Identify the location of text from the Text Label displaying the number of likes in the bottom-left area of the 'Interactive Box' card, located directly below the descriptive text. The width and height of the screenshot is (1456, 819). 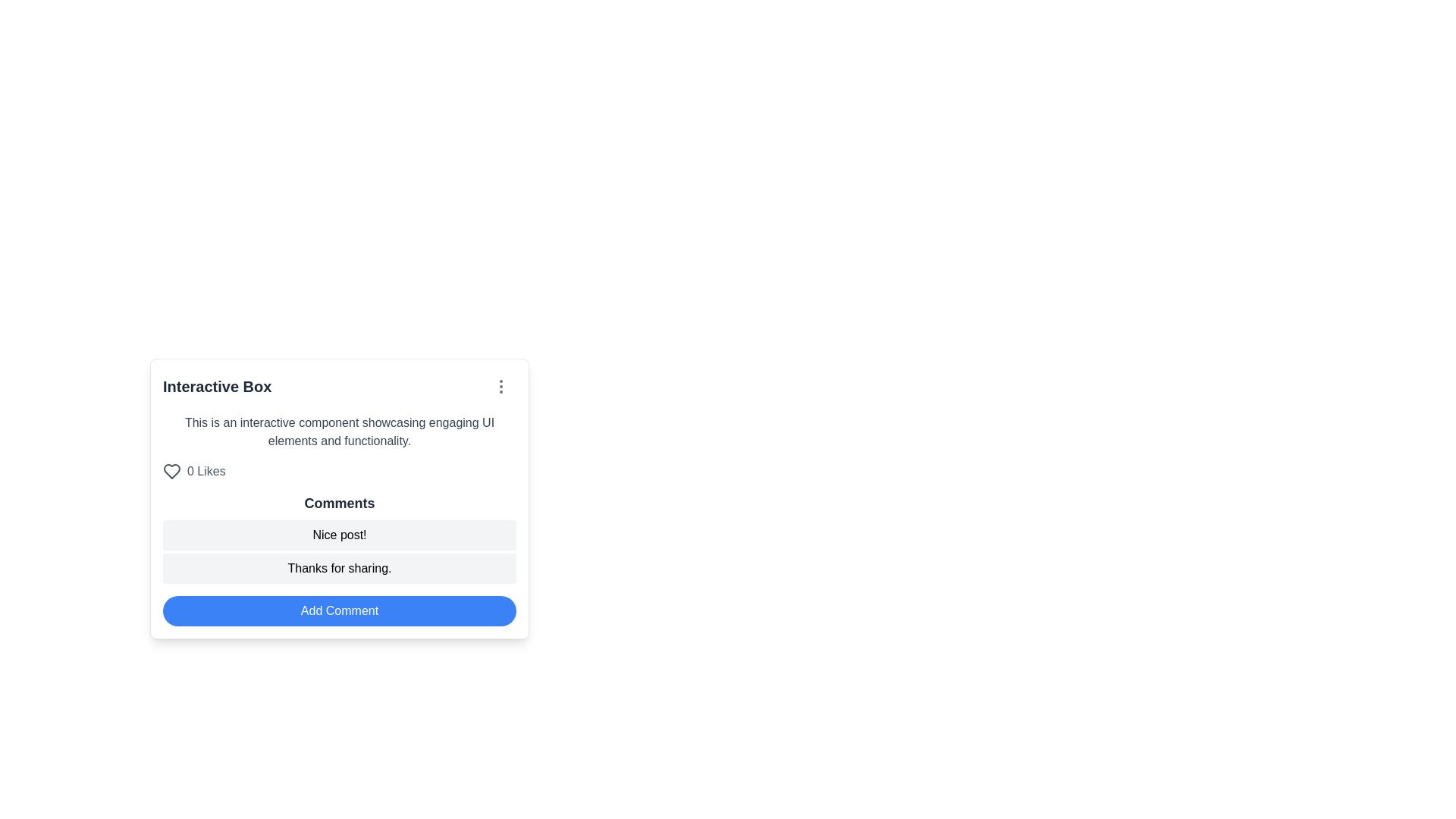
(206, 470).